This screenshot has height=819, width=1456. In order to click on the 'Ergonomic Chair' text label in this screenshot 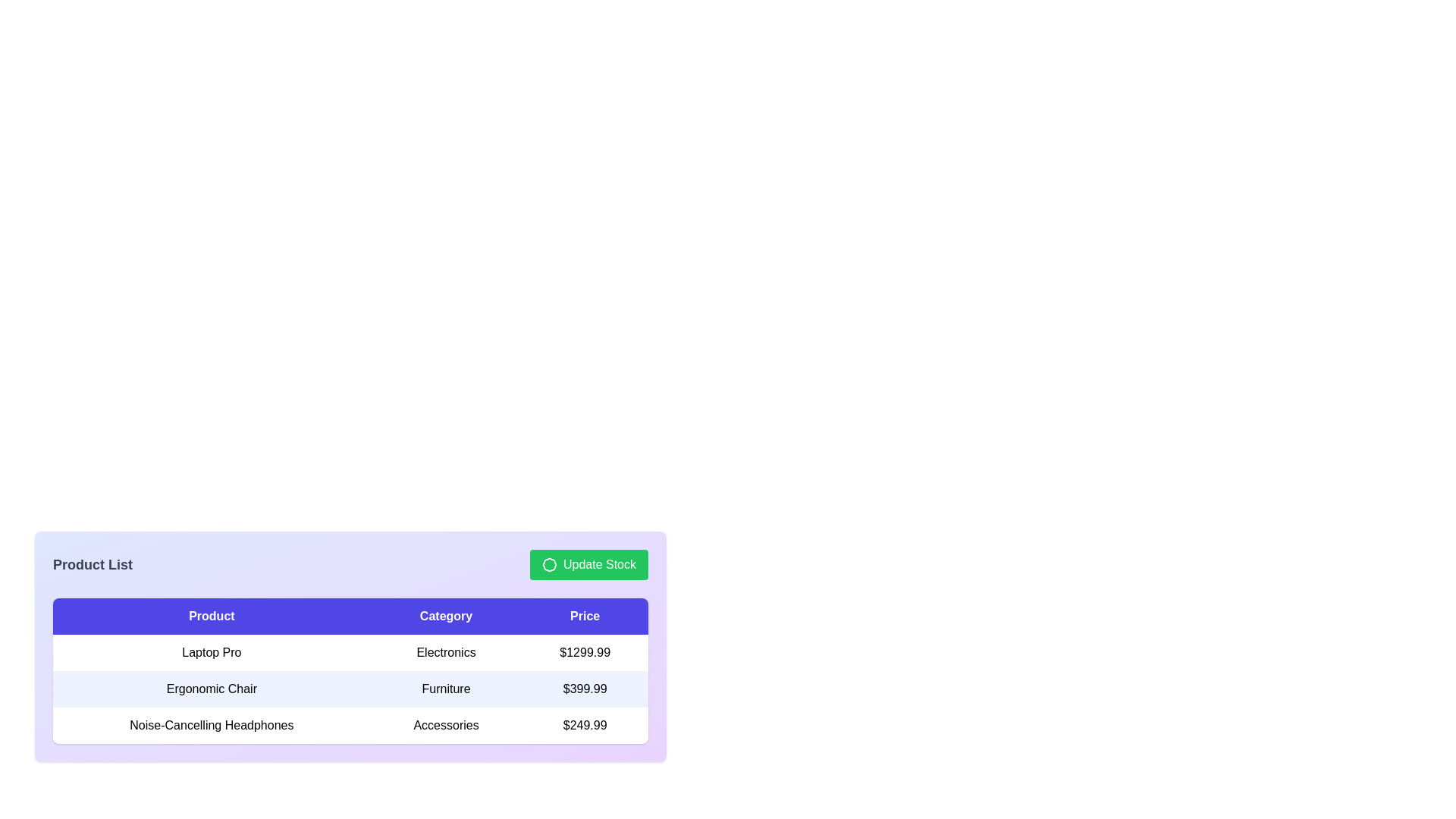, I will do `click(211, 689)`.